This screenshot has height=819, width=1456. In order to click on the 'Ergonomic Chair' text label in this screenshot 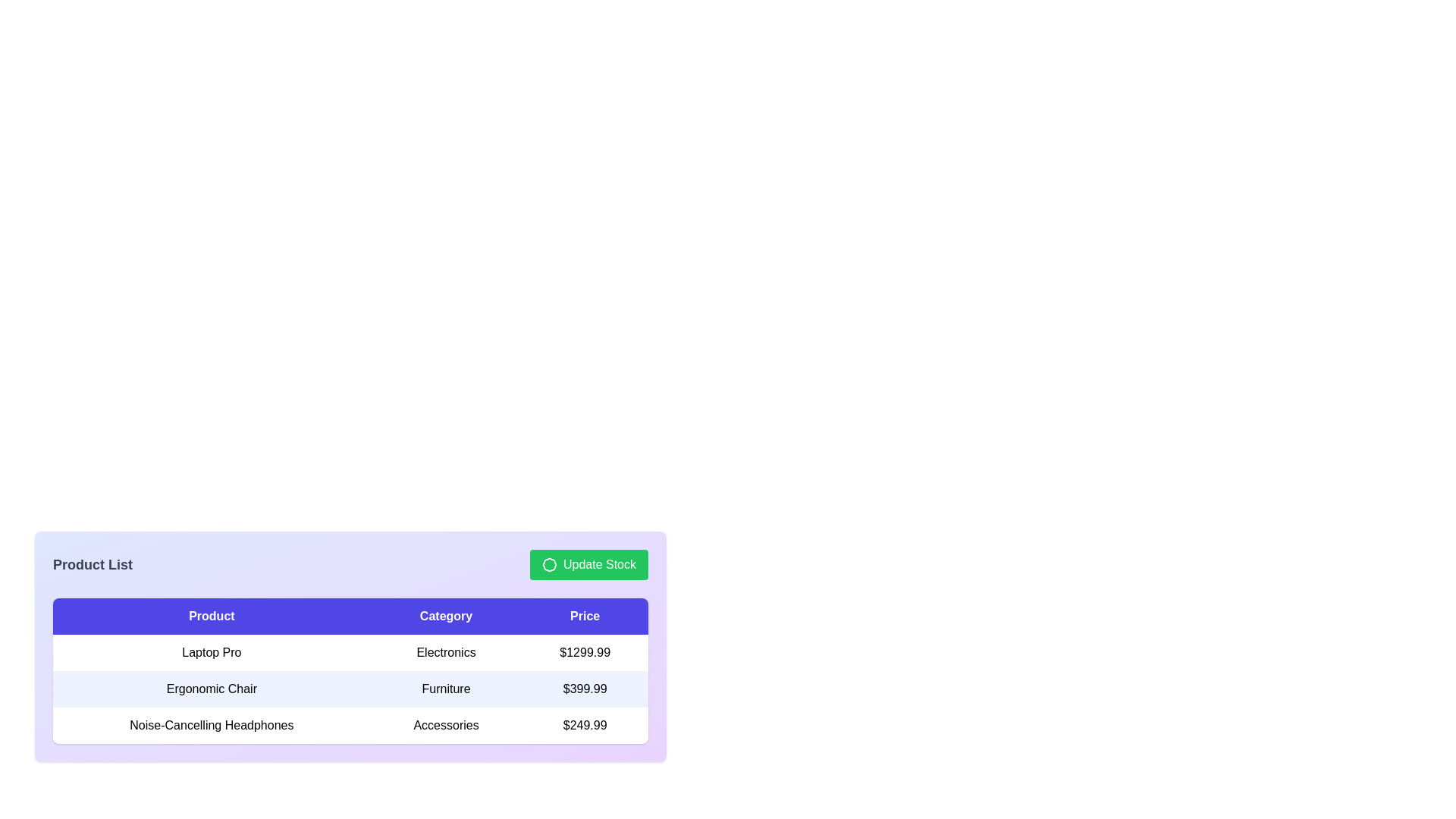, I will do `click(211, 689)`.